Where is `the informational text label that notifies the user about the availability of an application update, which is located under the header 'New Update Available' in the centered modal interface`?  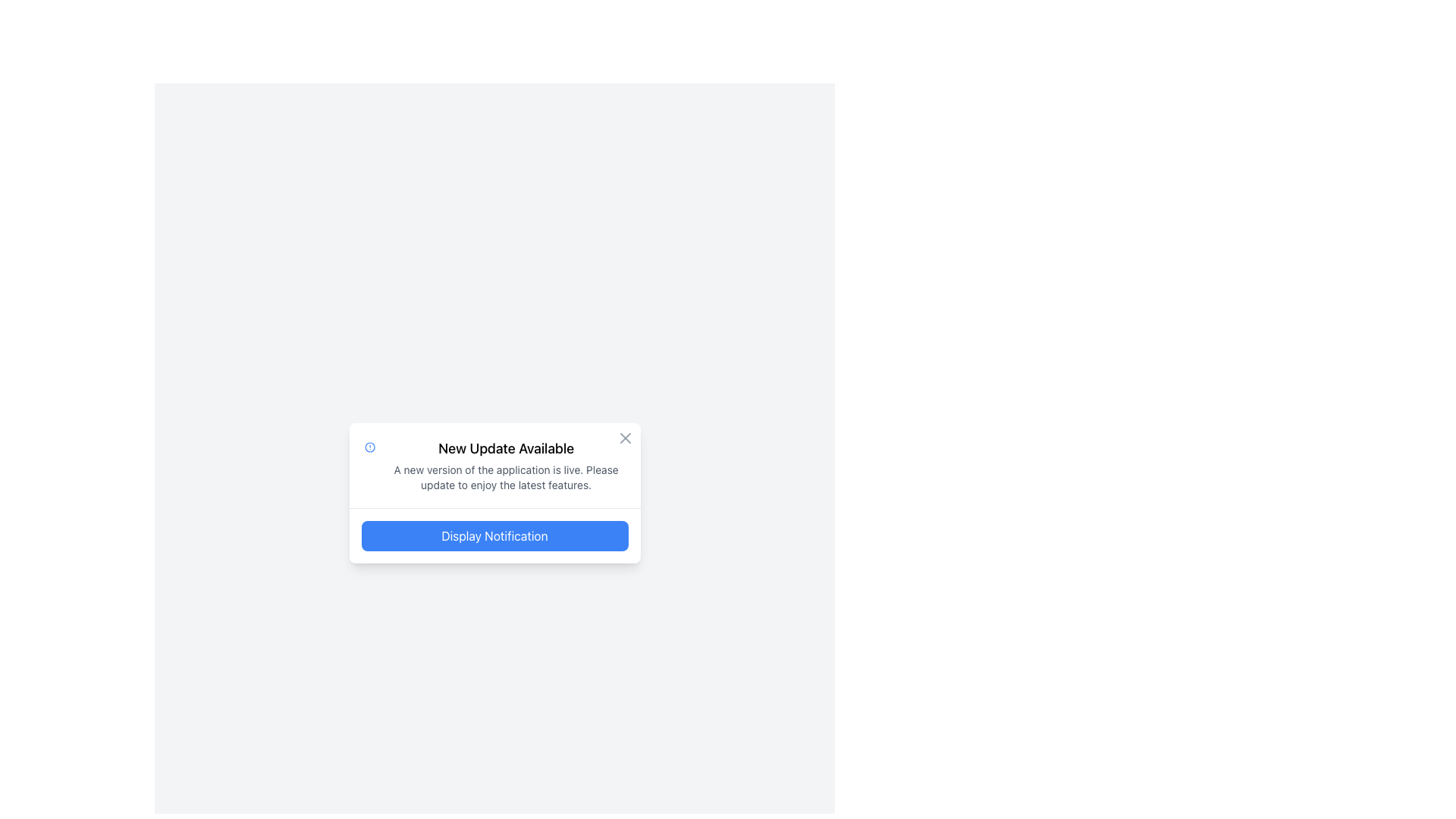 the informational text label that notifies the user about the availability of an application update, which is located under the header 'New Update Available' in the centered modal interface is located at coordinates (506, 476).